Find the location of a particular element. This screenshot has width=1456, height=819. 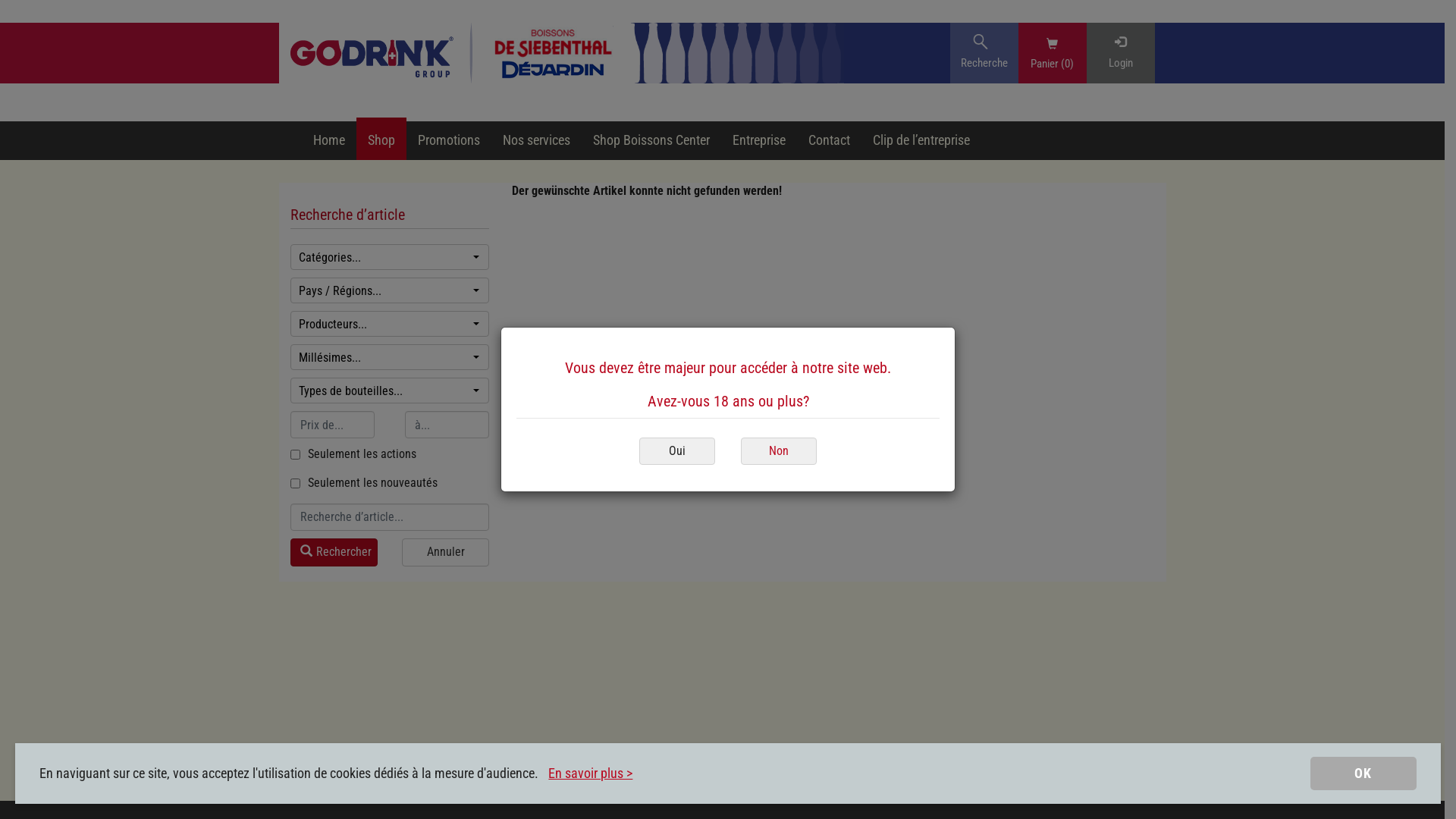

'Contact' is located at coordinates (827, 140).